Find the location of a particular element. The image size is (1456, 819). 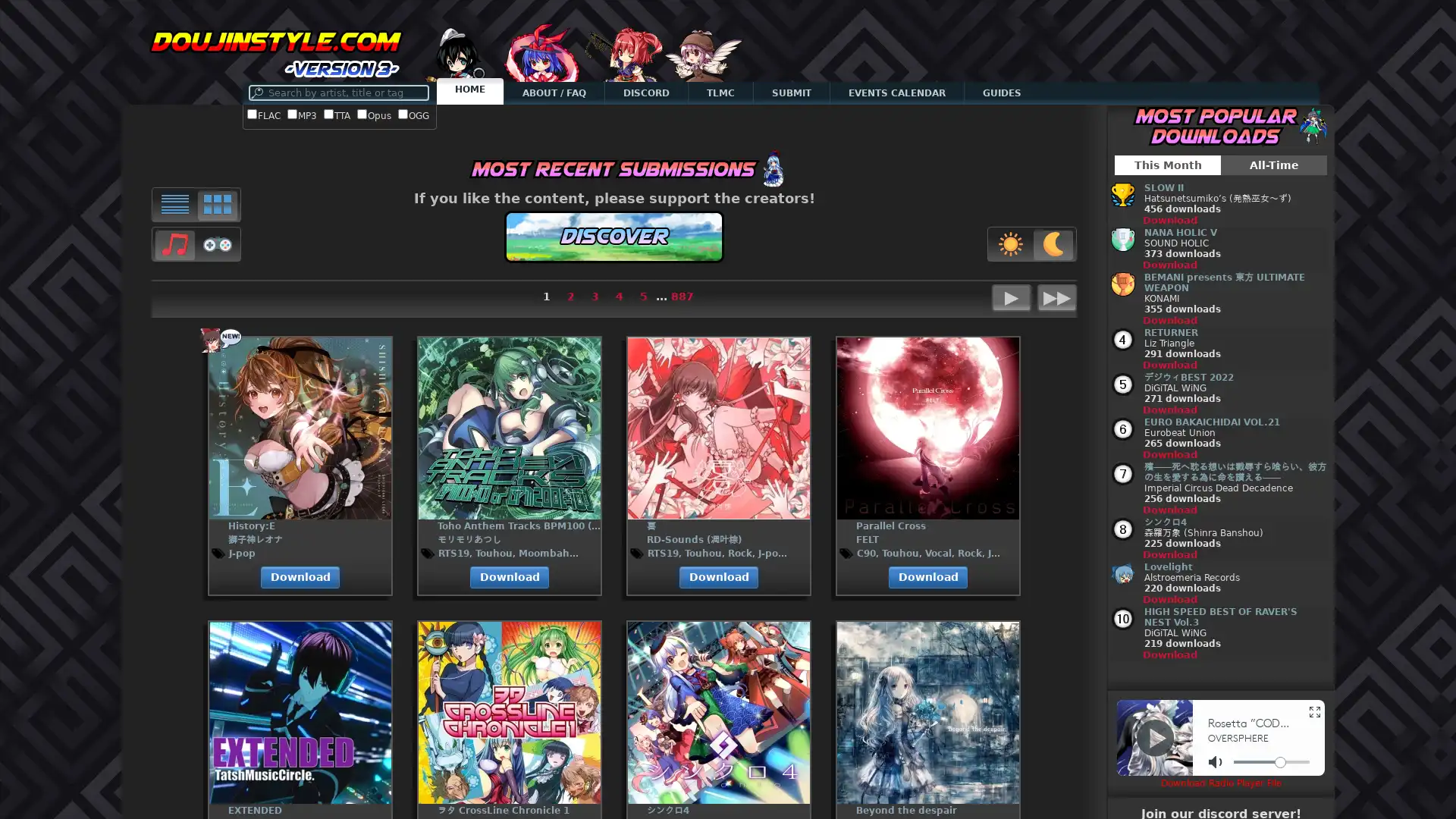

Download is located at coordinates (1169, 365).